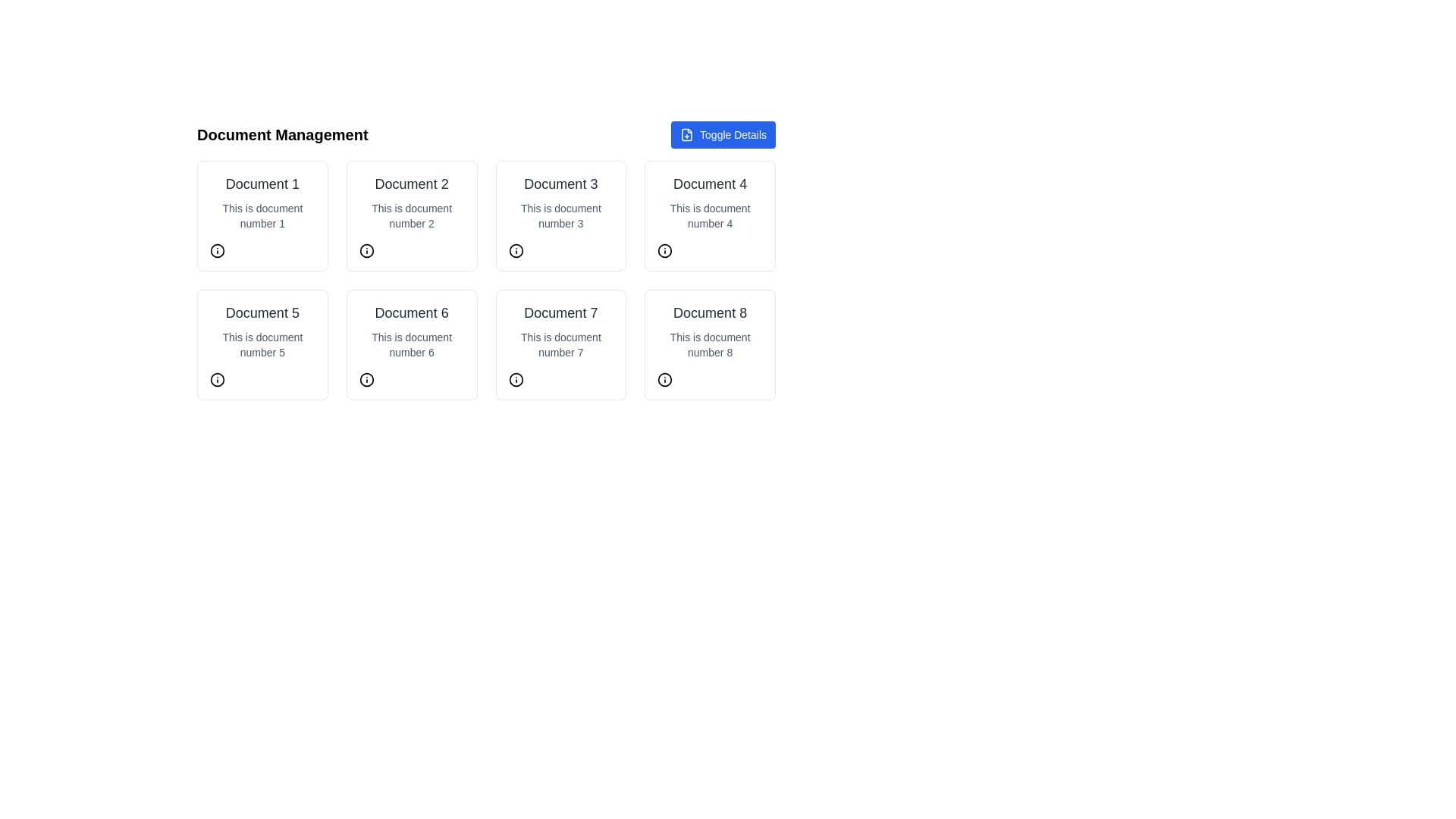 The image size is (1456, 819). Describe the element at coordinates (217, 379) in the screenshot. I see `the circular SVG icon element with a white background and black stroke, located beneath the text 'Document 5' in the bottom-left corner of its card` at that location.